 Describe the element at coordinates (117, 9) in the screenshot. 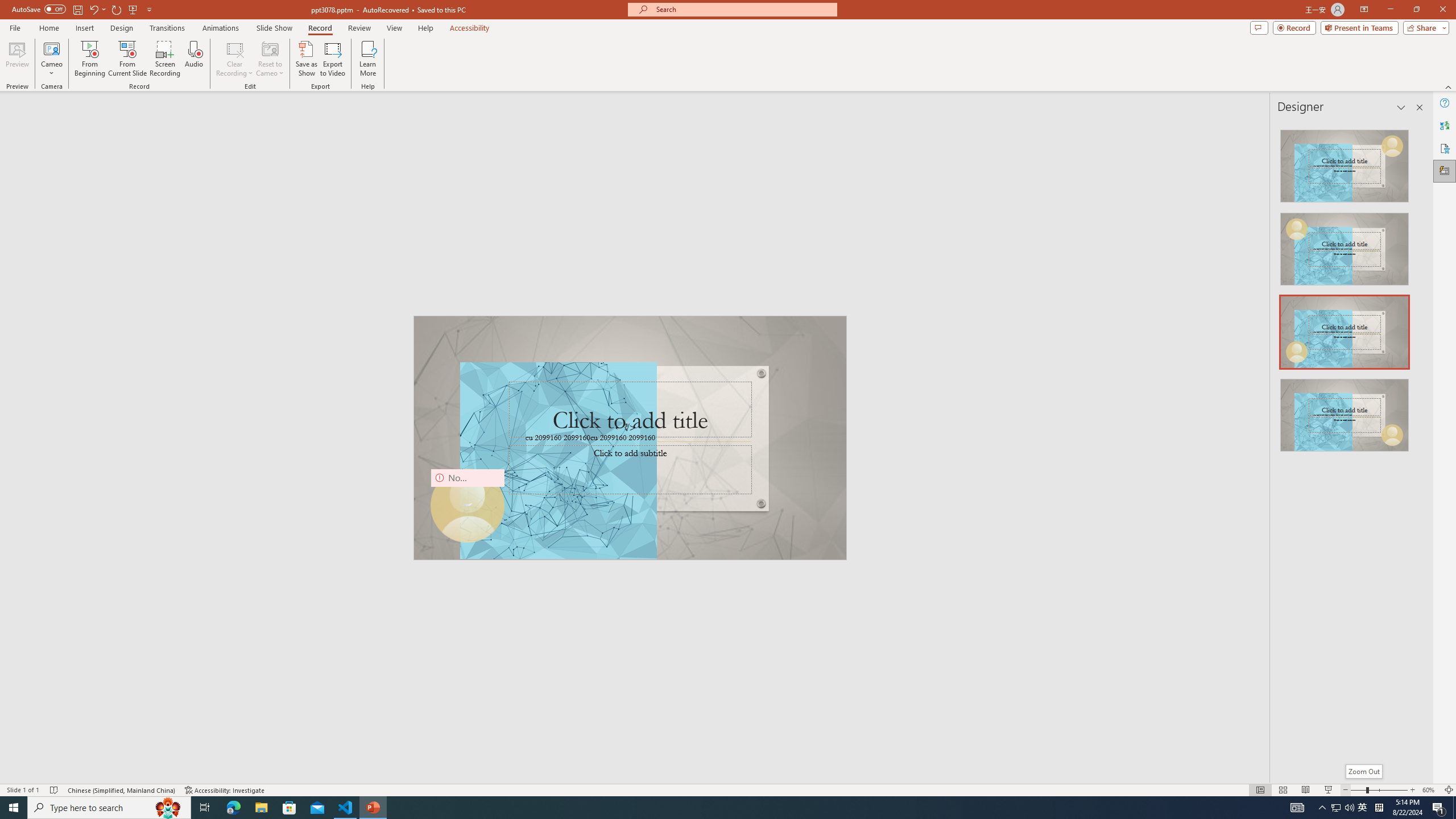

I see `'Redo'` at that location.